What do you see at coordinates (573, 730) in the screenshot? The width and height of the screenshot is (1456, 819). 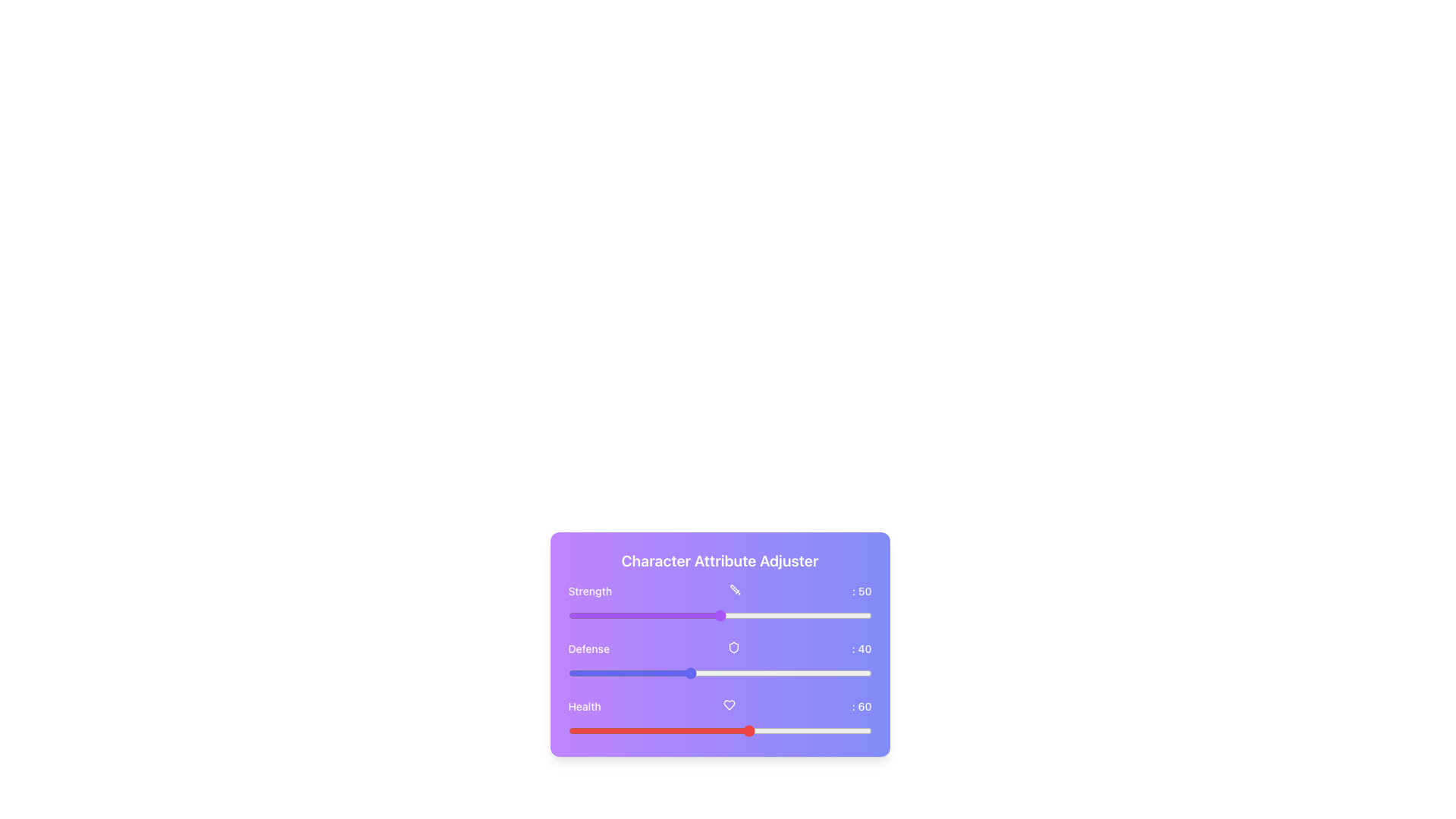 I see `health` at bounding box center [573, 730].